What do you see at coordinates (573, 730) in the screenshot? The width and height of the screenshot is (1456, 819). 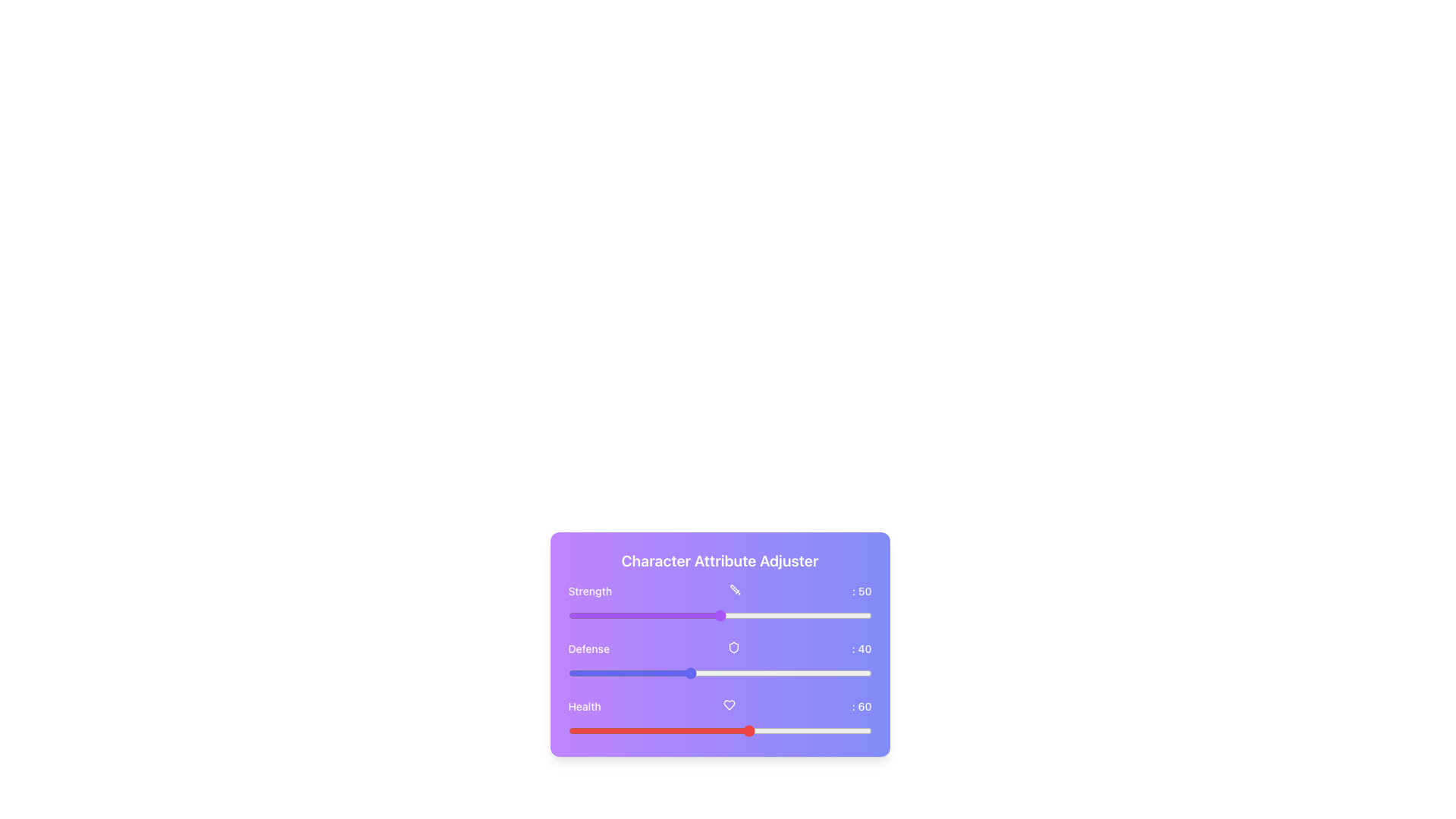 I see `health` at bounding box center [573, 730].